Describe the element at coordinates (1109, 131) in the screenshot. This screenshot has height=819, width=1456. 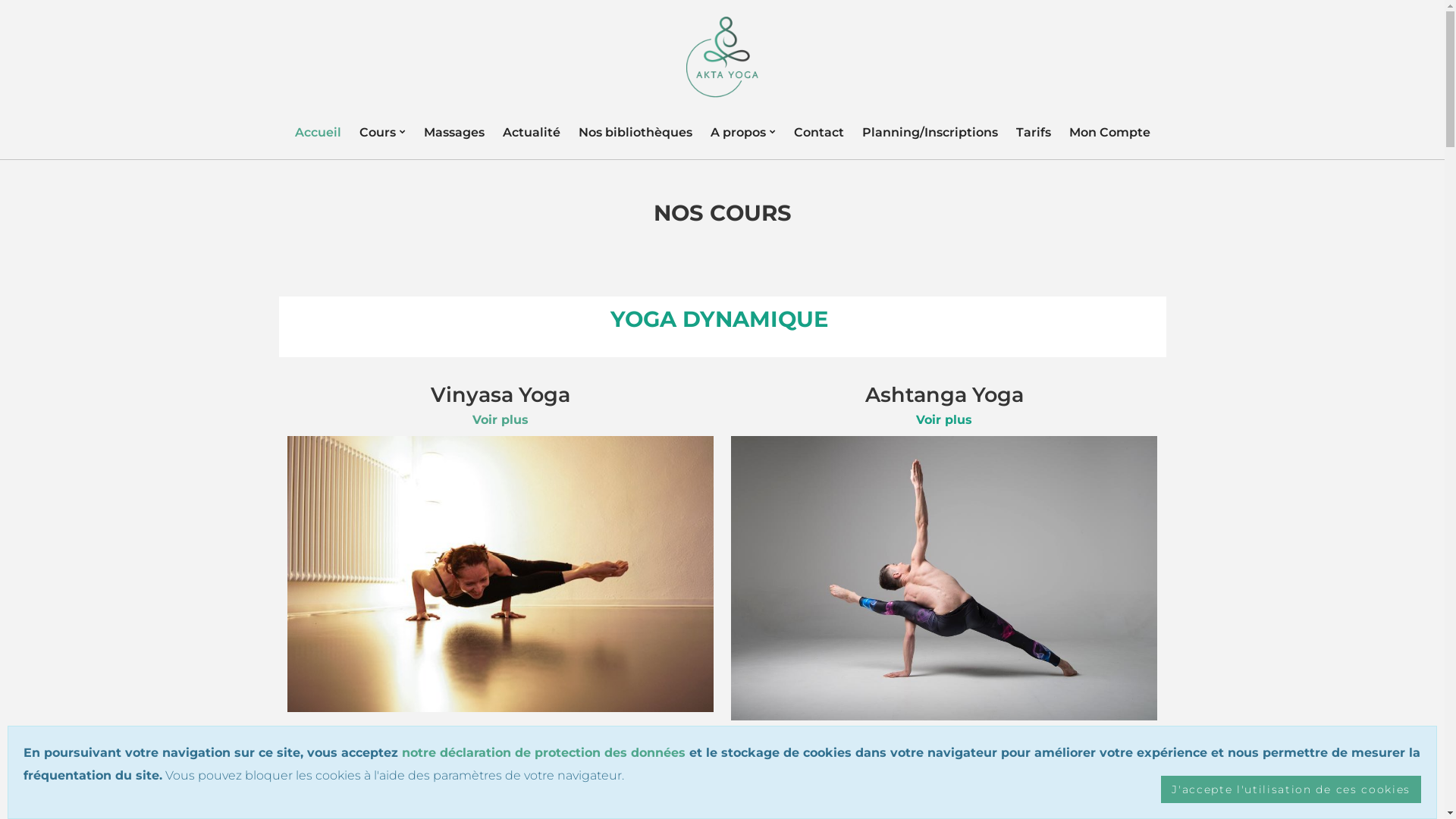
I see `'Mon Compte'` at that location.